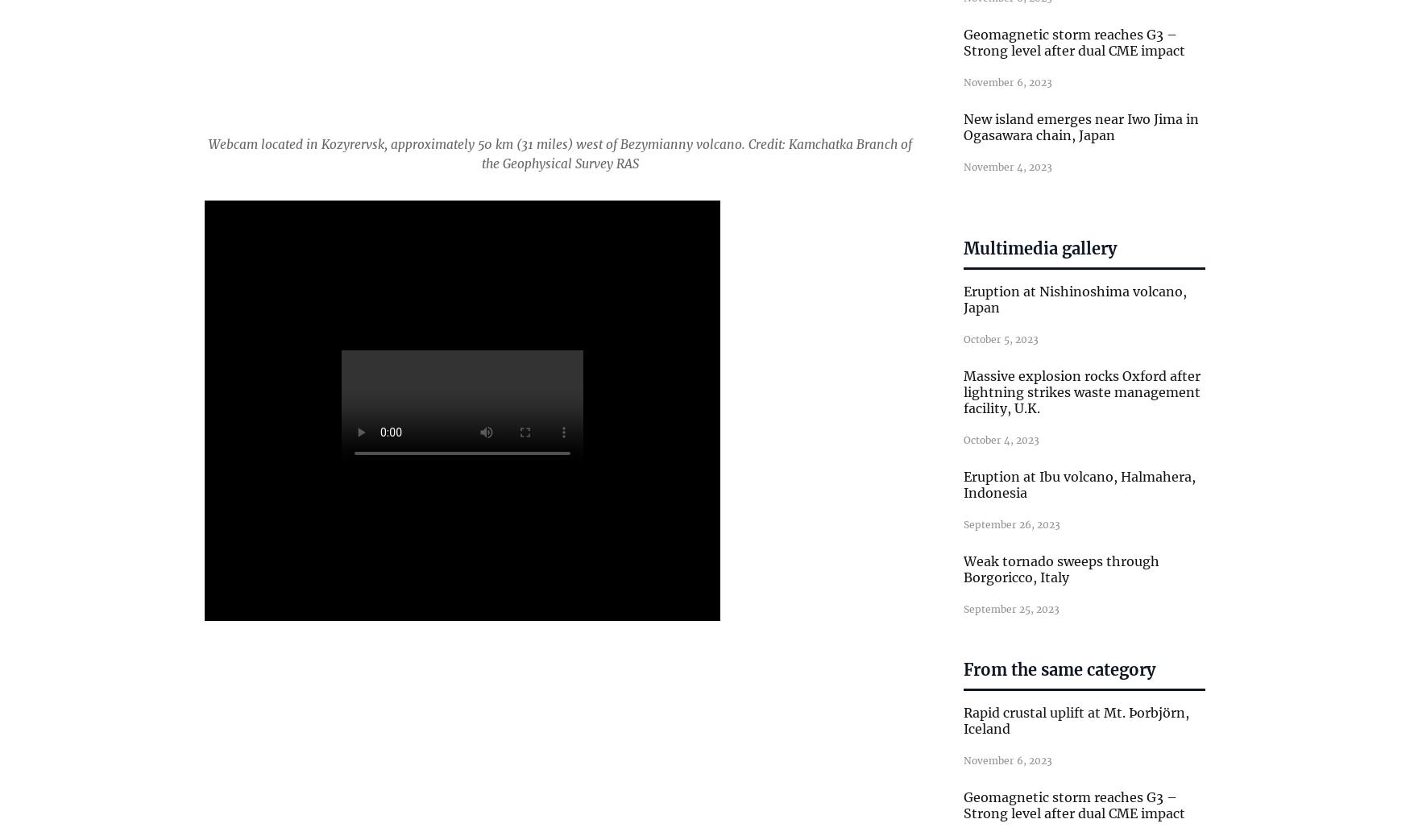 Image resolution: width=1410 pixels, height=840 pixels. Describe the element at coordinates (963, 165) in the screenshot. I see `'November 4, 2023'` at that location.